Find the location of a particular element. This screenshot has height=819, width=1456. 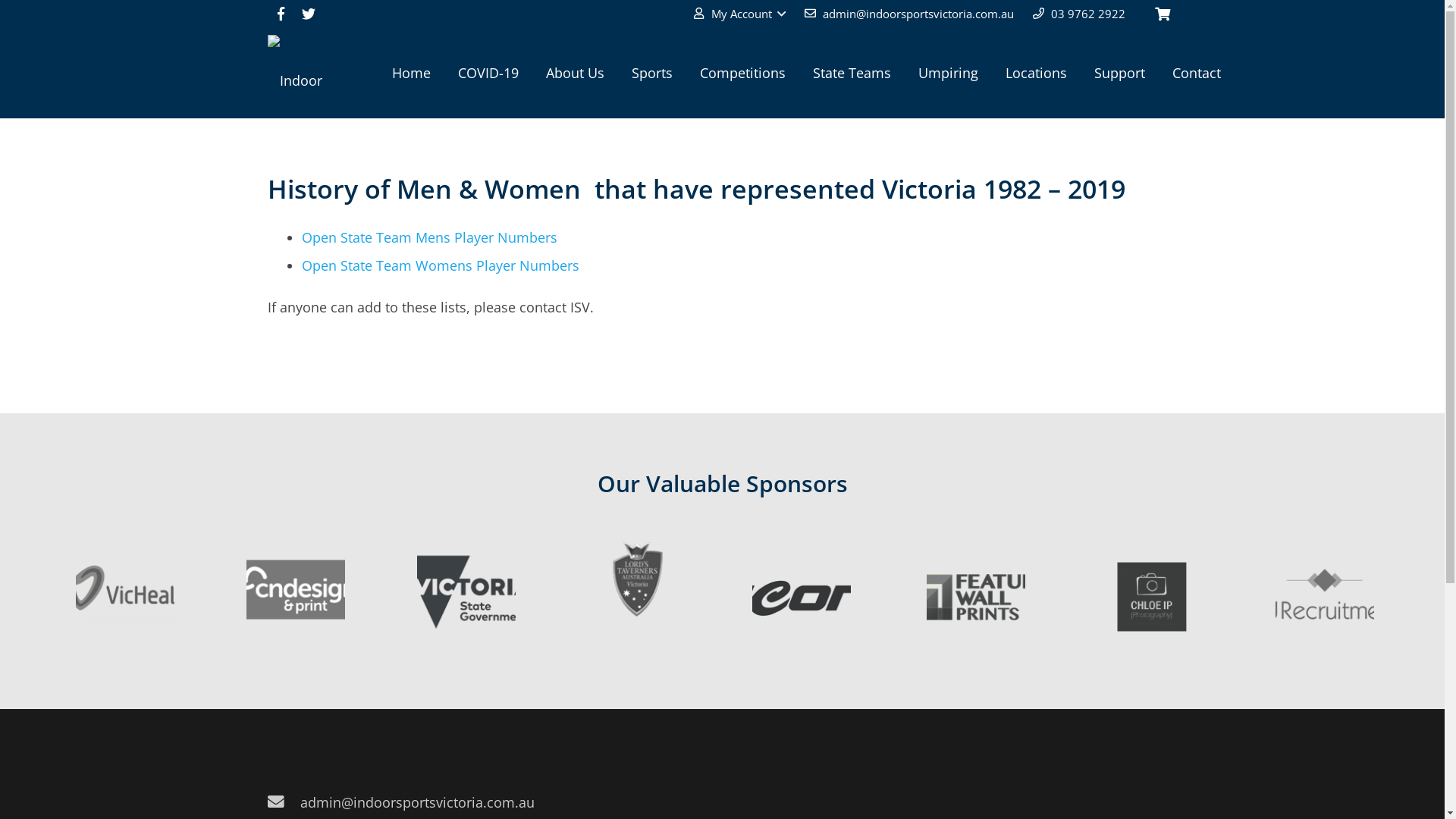

'Facebook' is located at coordinates (280, 14).